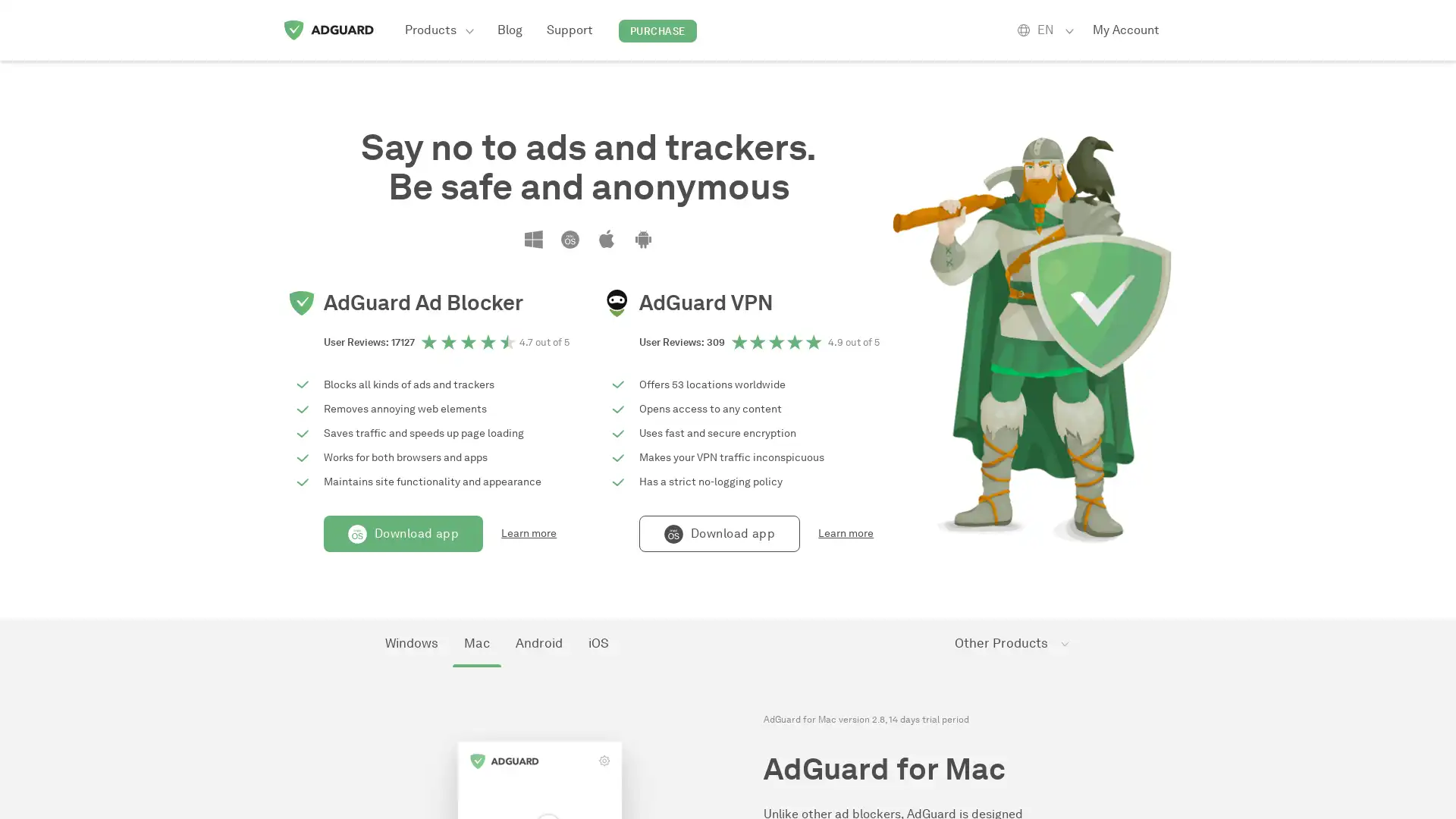 This screenshot has height=819, width=1456. What do you see at coordinates (475, 643) in the screenshot?
I see `Mac` at bounding box center [475, 643].